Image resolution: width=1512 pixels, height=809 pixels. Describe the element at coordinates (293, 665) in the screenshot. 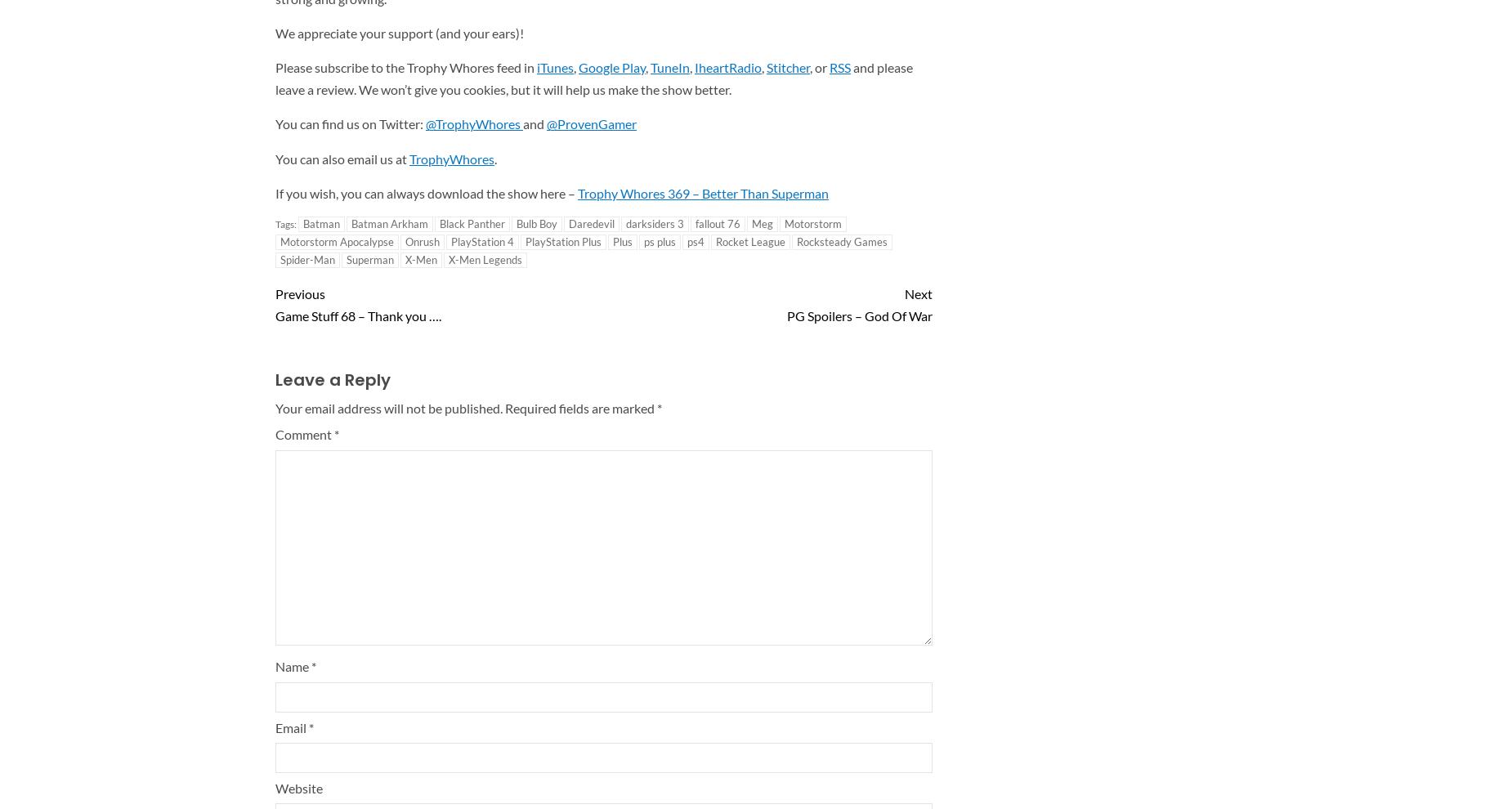

I see `'Name'` at that location.